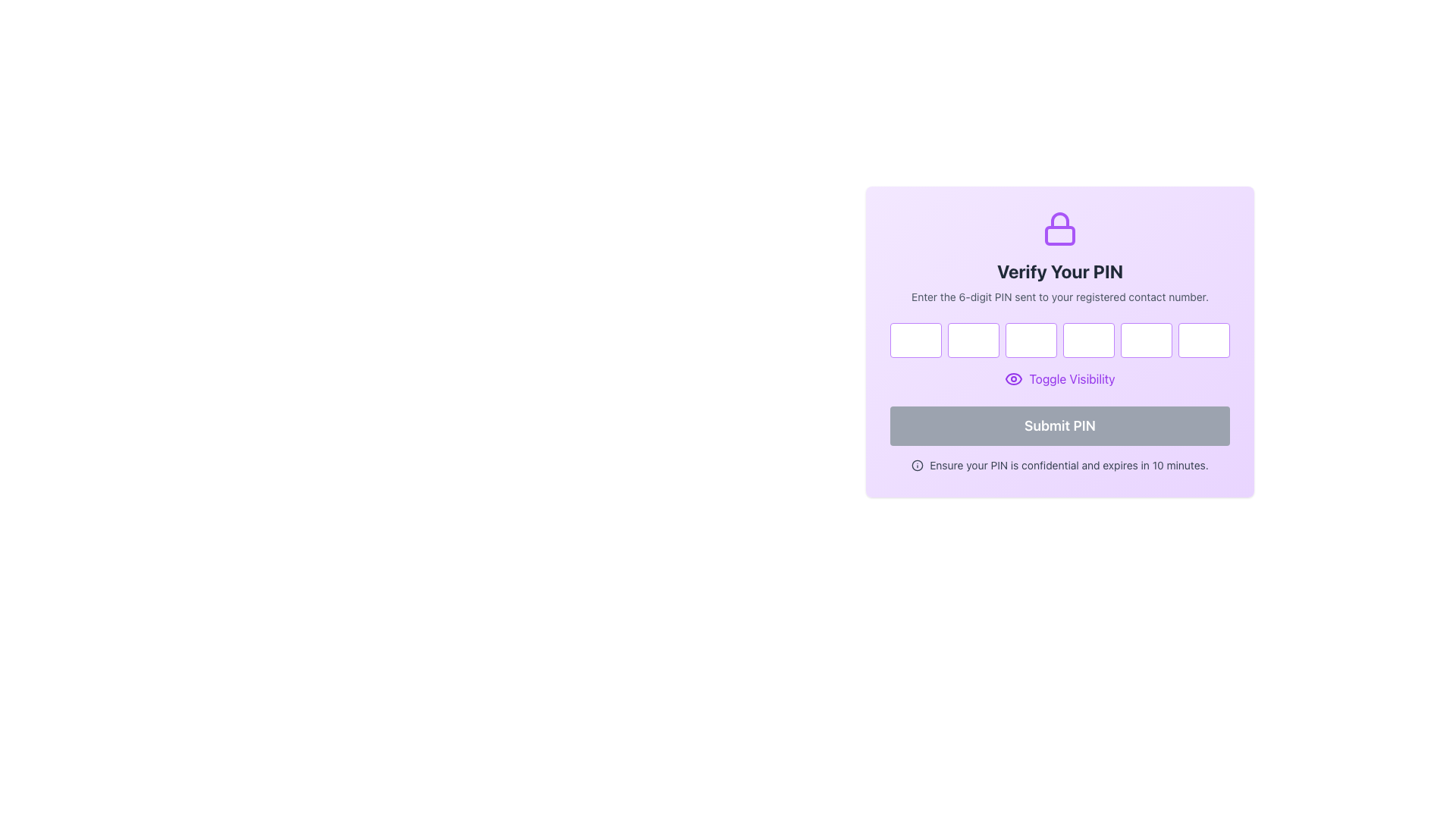  Describe the element at coordinates (1059, 220) in the screenshot. I see `the graphical lock icon, which is a representation of a padlock outlined in purple, located near the 'Verify Your PIN' heading` at that location.